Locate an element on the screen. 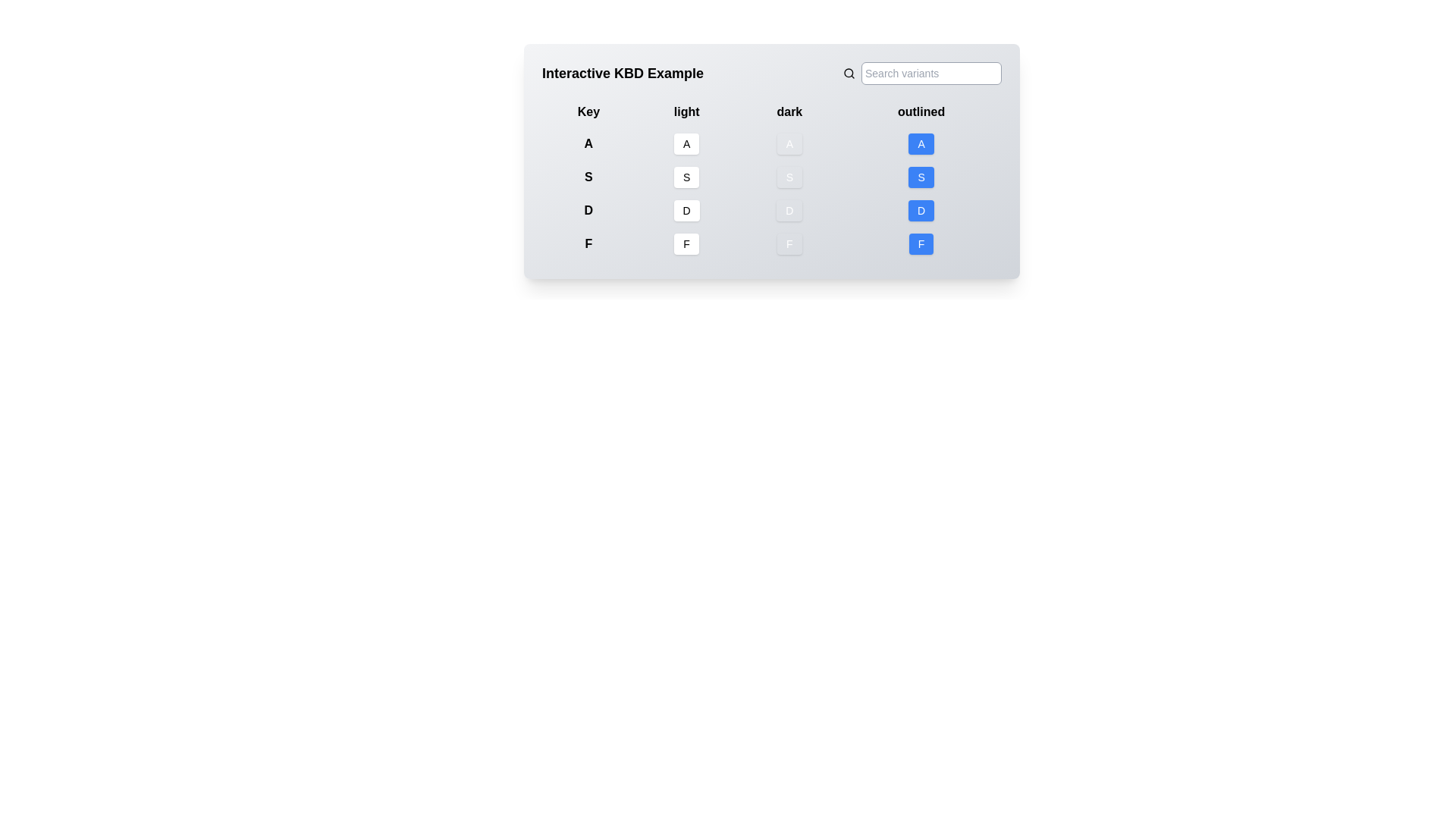 Image resolution: width=1456 pixels, height=819 pixels. the text label 'dark' which is the third item in a four-column header row of a table, positioned between 'light' and 'outlined' is located at coordinates (771, 111).